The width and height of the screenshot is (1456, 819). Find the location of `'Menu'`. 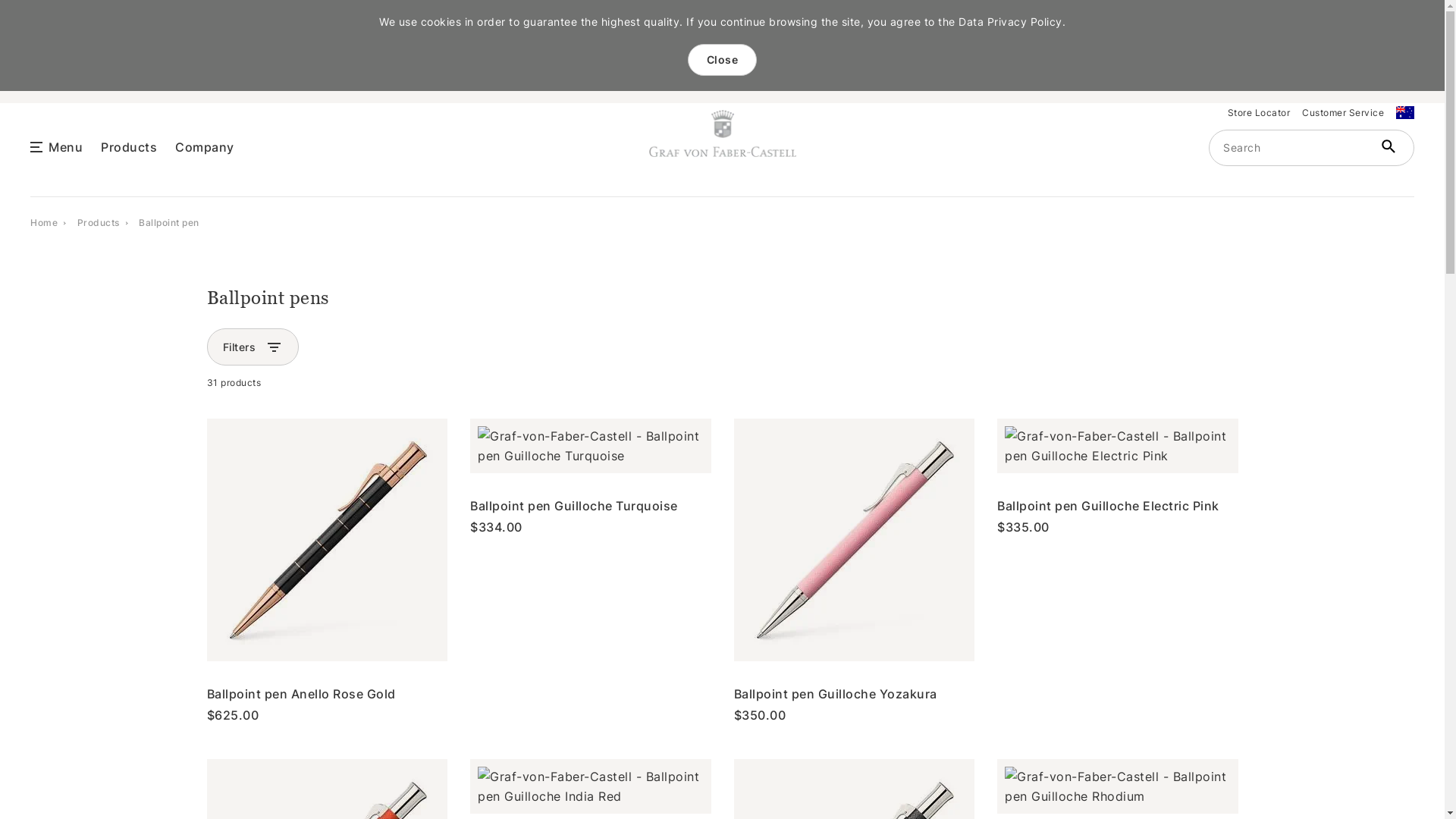

'Menu' is located at coordinates (64, 146).